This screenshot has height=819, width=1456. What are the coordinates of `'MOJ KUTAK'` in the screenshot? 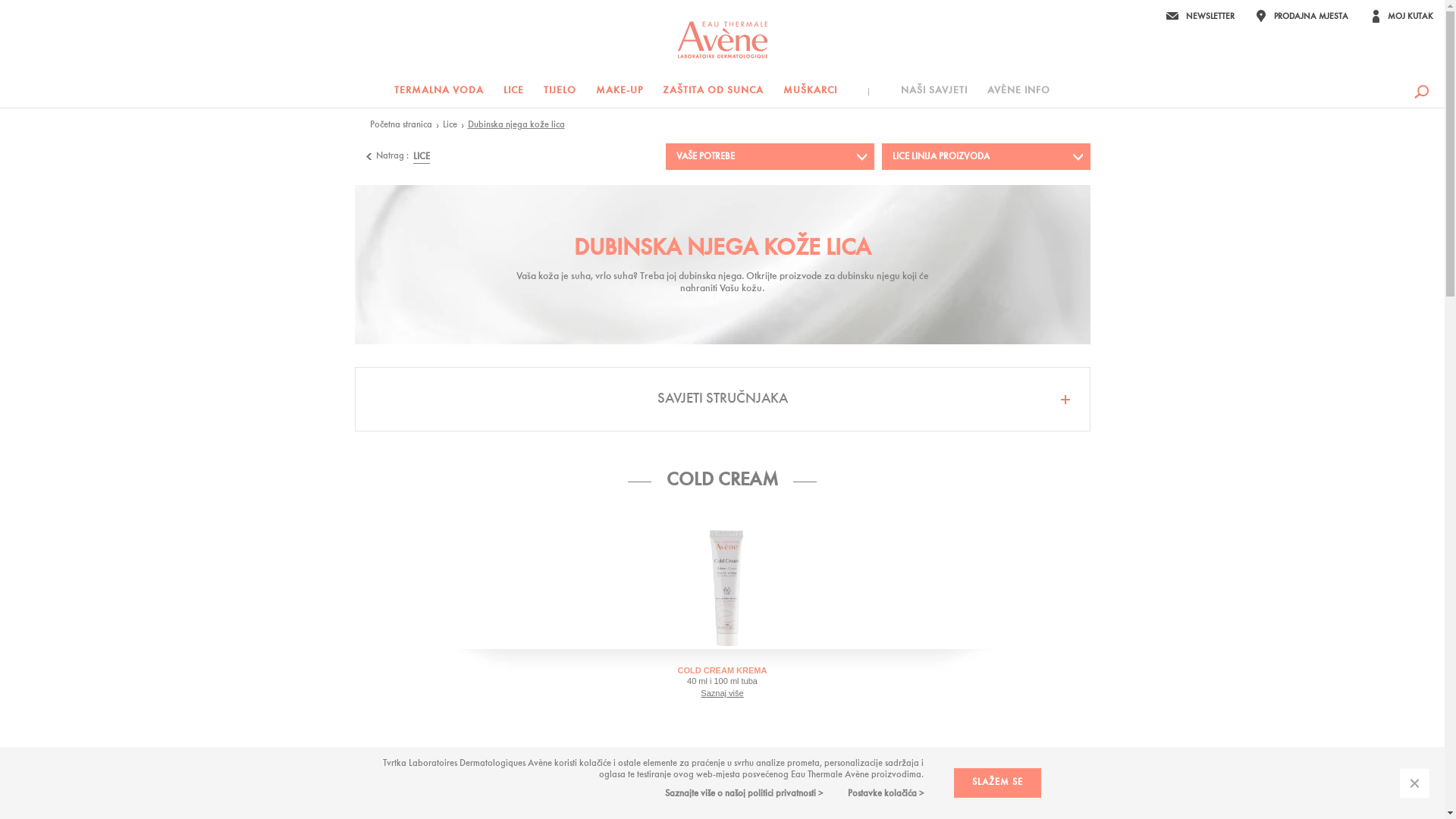 It's located at (1401, 15).